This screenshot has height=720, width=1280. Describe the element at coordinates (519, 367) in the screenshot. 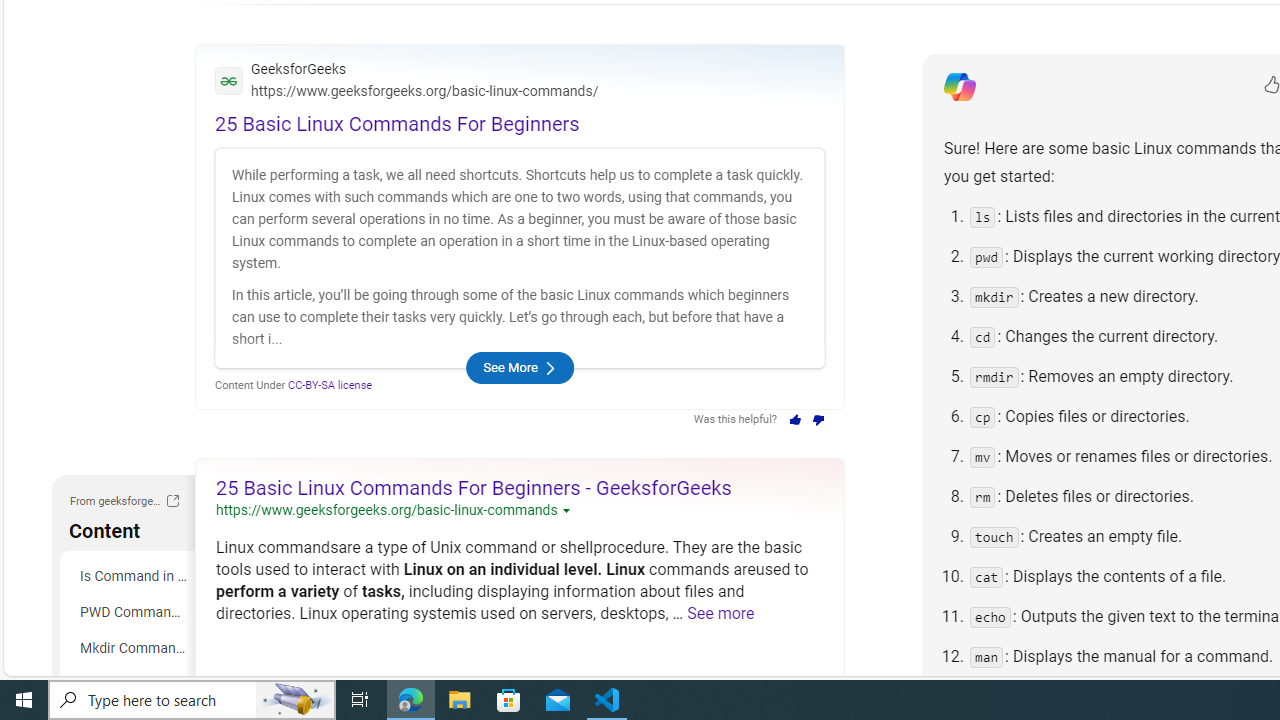

I see `'See More'` at that location.